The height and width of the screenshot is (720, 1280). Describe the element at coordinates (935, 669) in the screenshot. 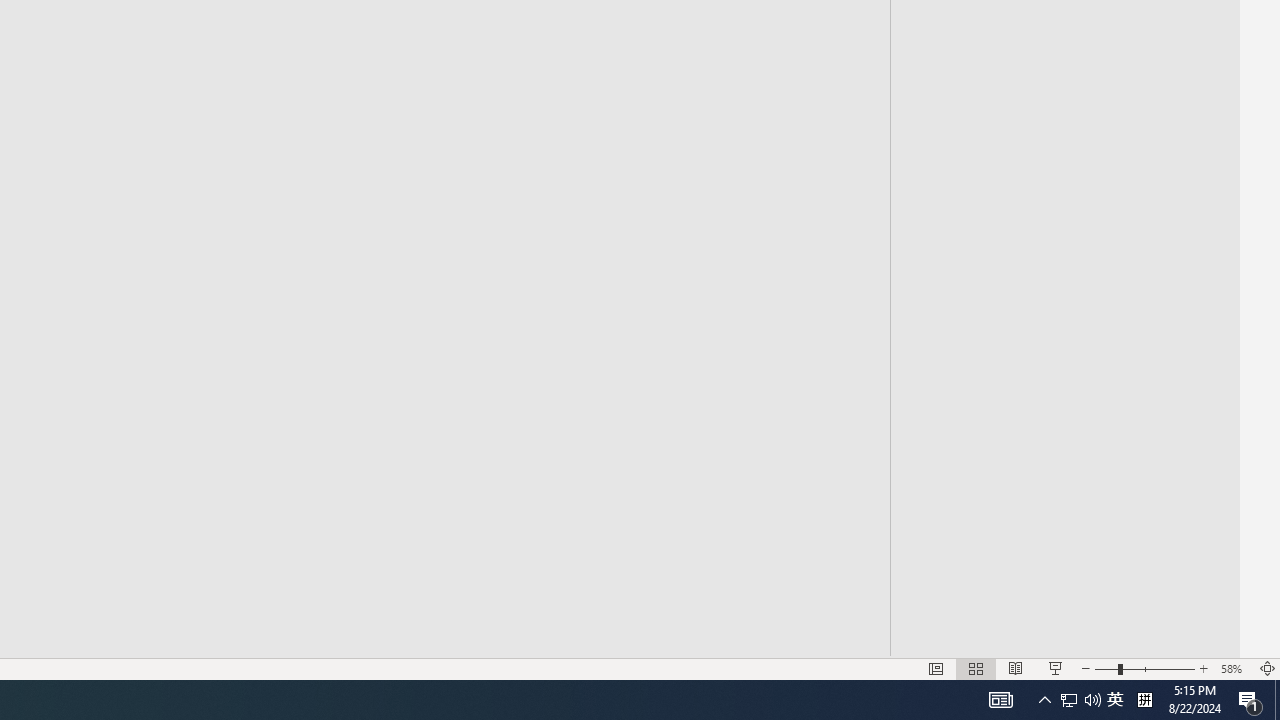

I see `'Normal'` at that location.